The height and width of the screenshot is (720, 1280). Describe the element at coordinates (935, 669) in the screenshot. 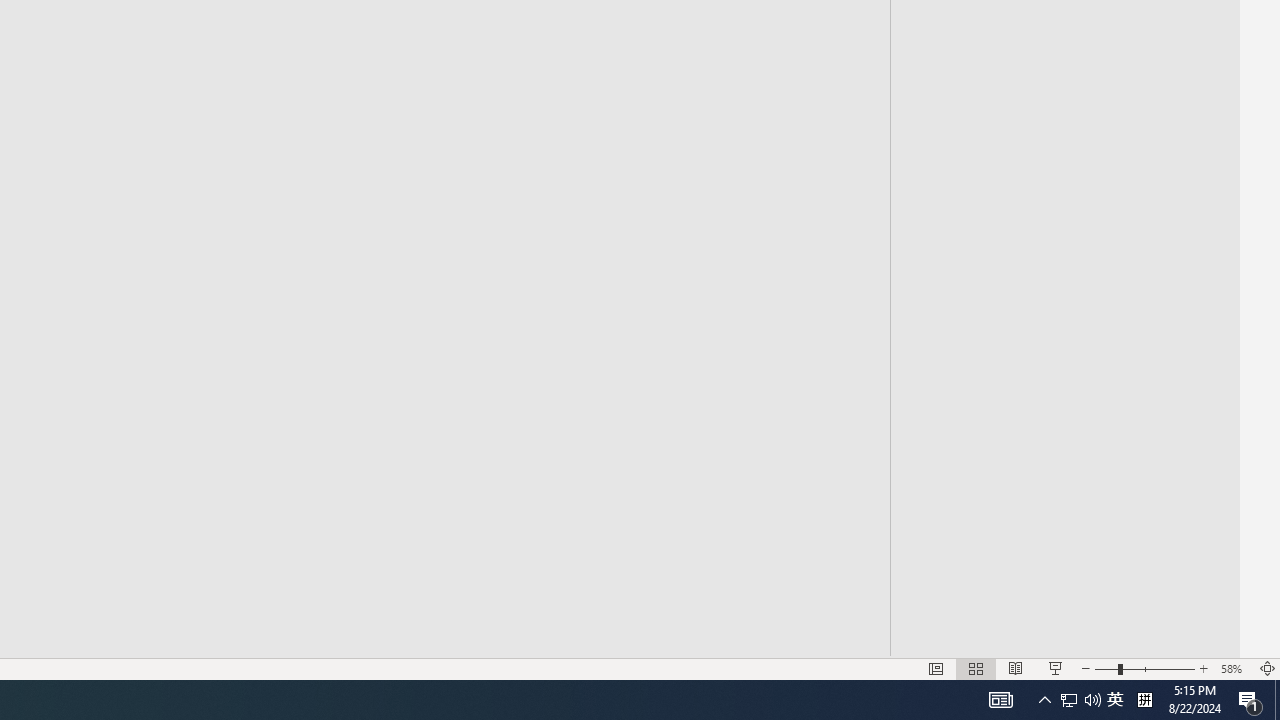

I see `'Normal'` at that location.